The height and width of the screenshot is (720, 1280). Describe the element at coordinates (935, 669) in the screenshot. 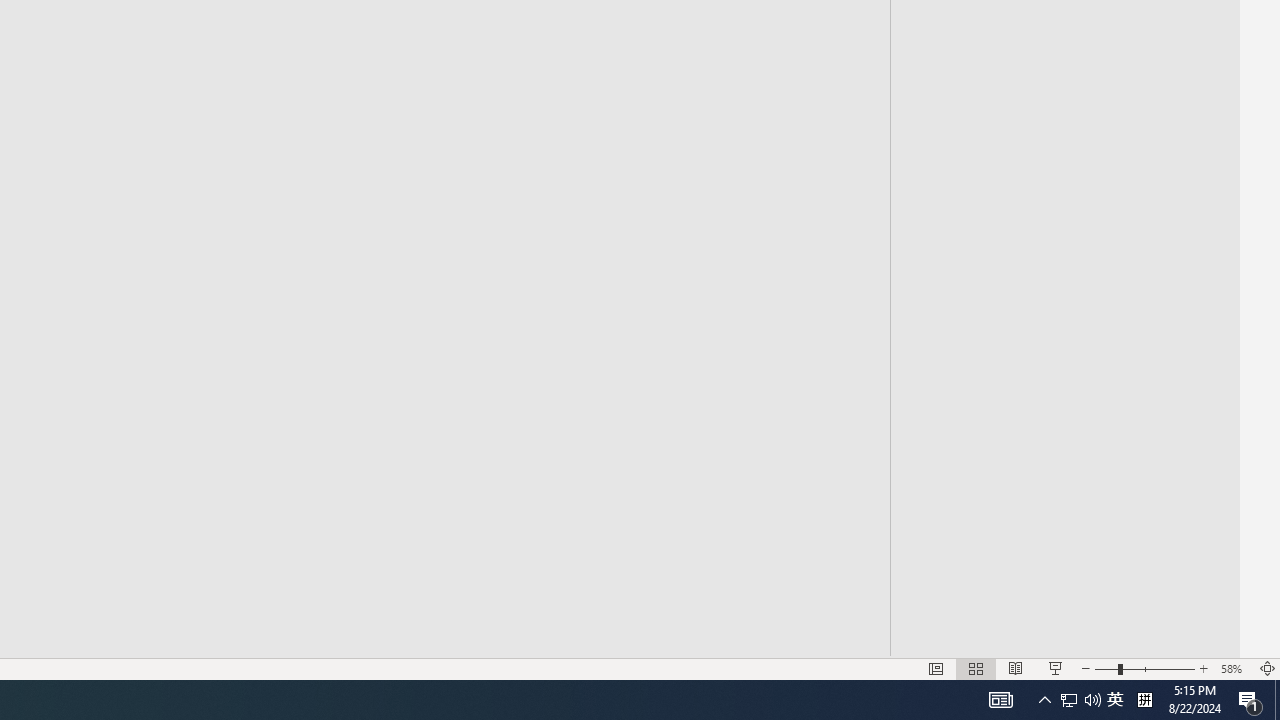

I see `'Normal'` at that location.